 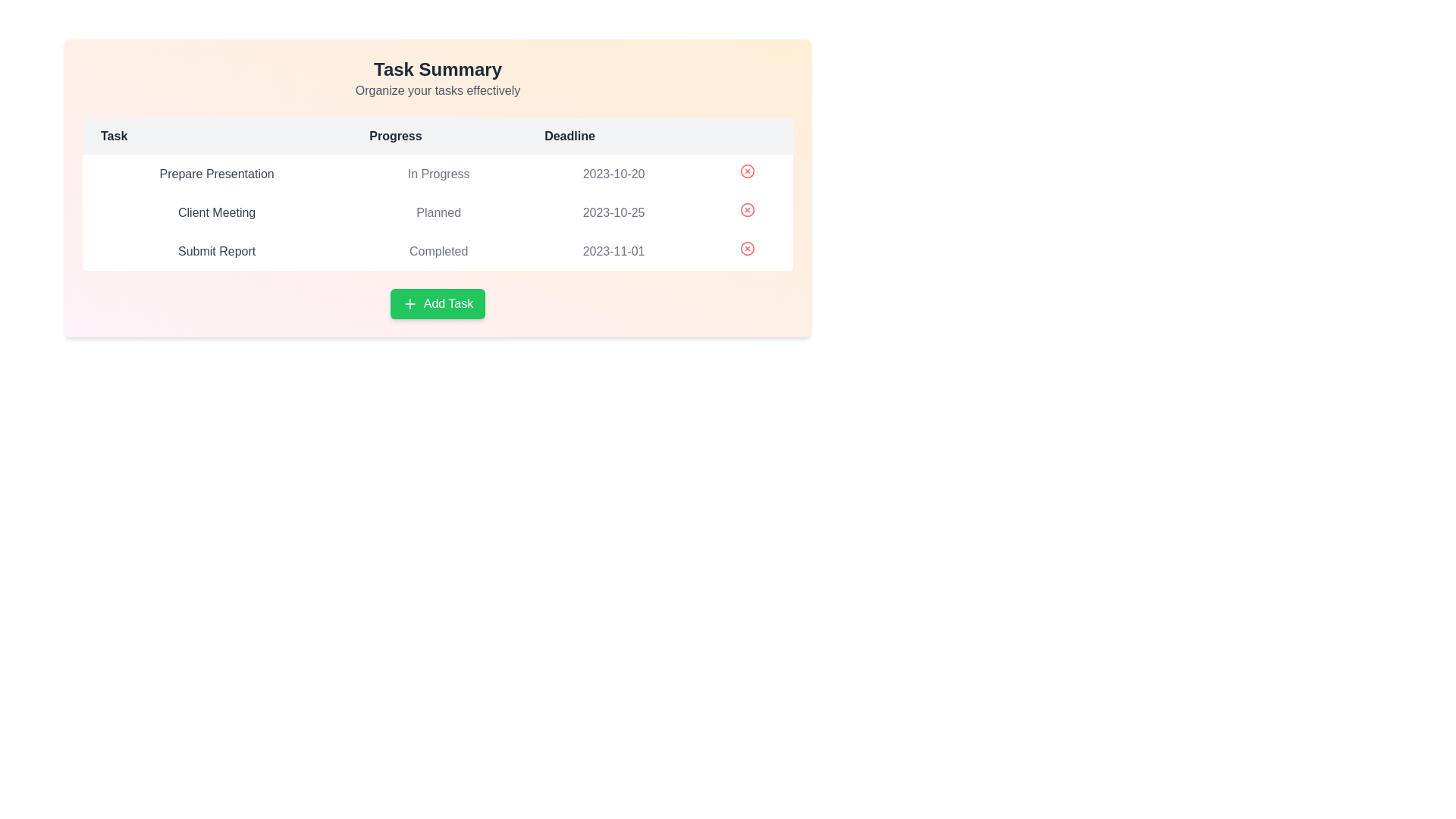 I want to click on the task row corresponding to Prepare Presentation, so click(x=437, y=173).